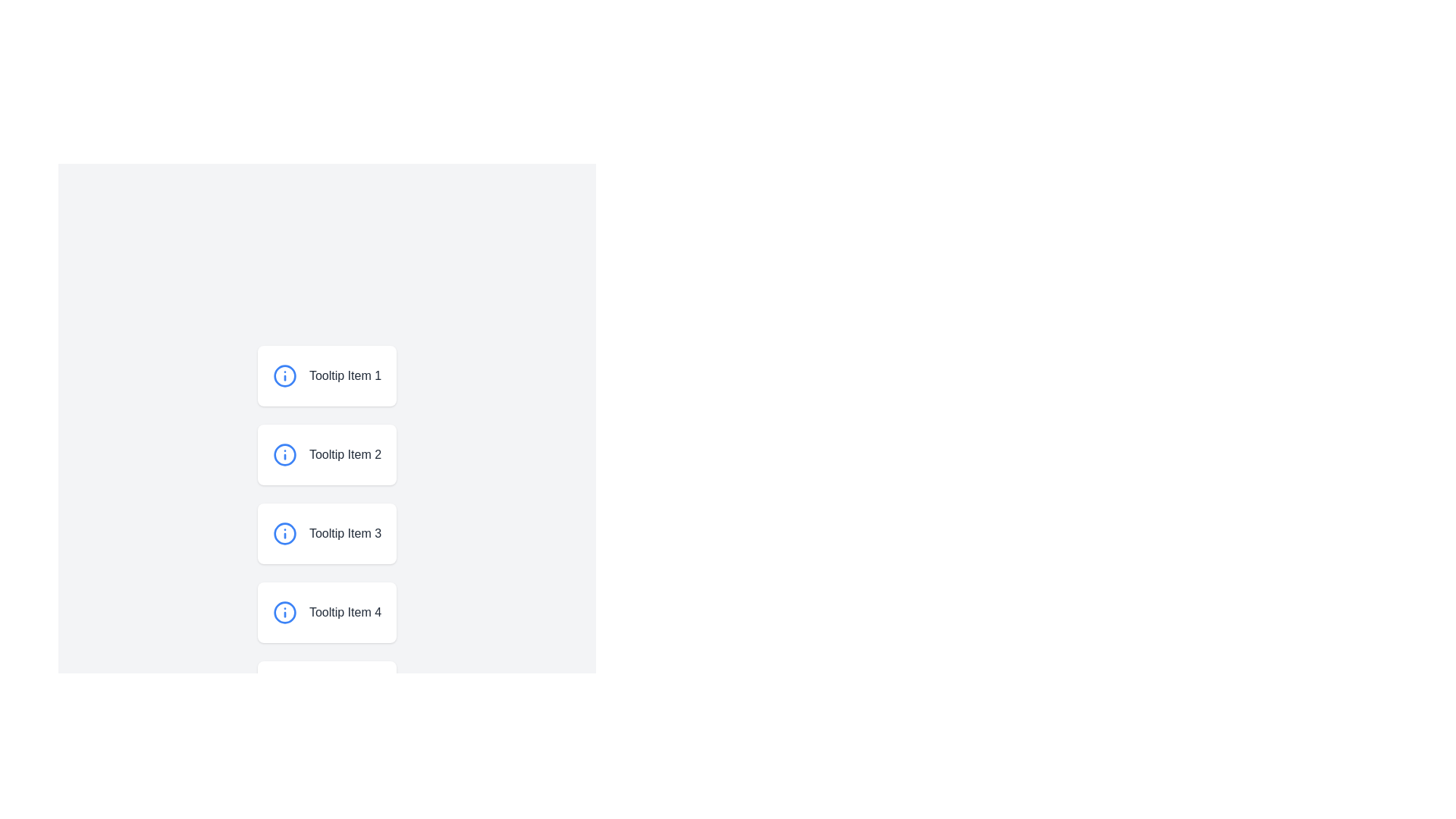  Describe the element at coordinates (284, 454) in the screenshot. I see `the SVG circle graphic that serves as the background of the information icon for 'Tooltip Item 2' in the vertical list` at that location.